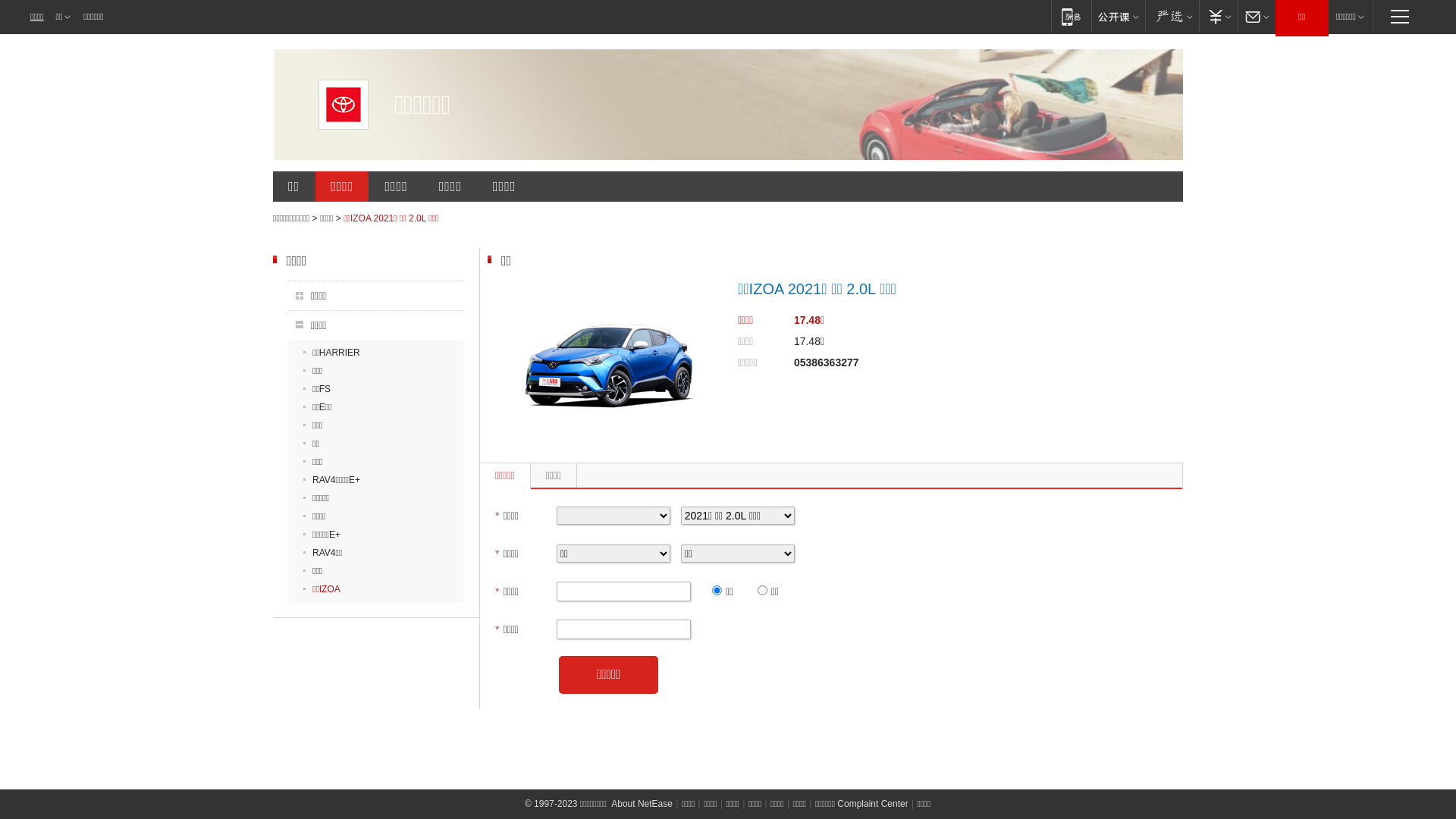 This screenshot has height=819, width=1456. I want to click on 'About NetEase', so click(642, 803).